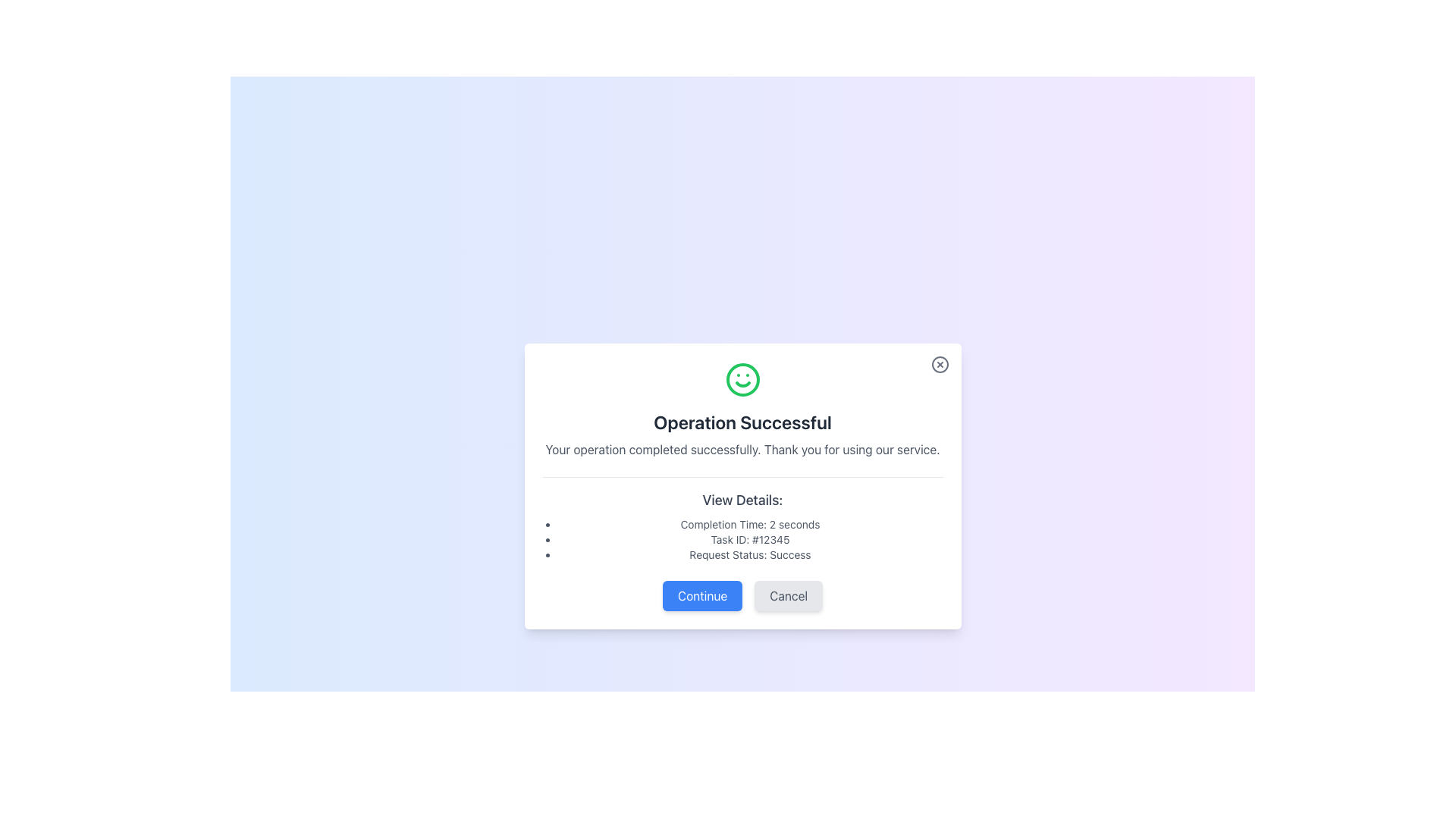  I want to click on the Text Display element that shows the time taken to complete an operation, which is located under 'View Details' and above 'Task ID: #12345', so click(750, 523).